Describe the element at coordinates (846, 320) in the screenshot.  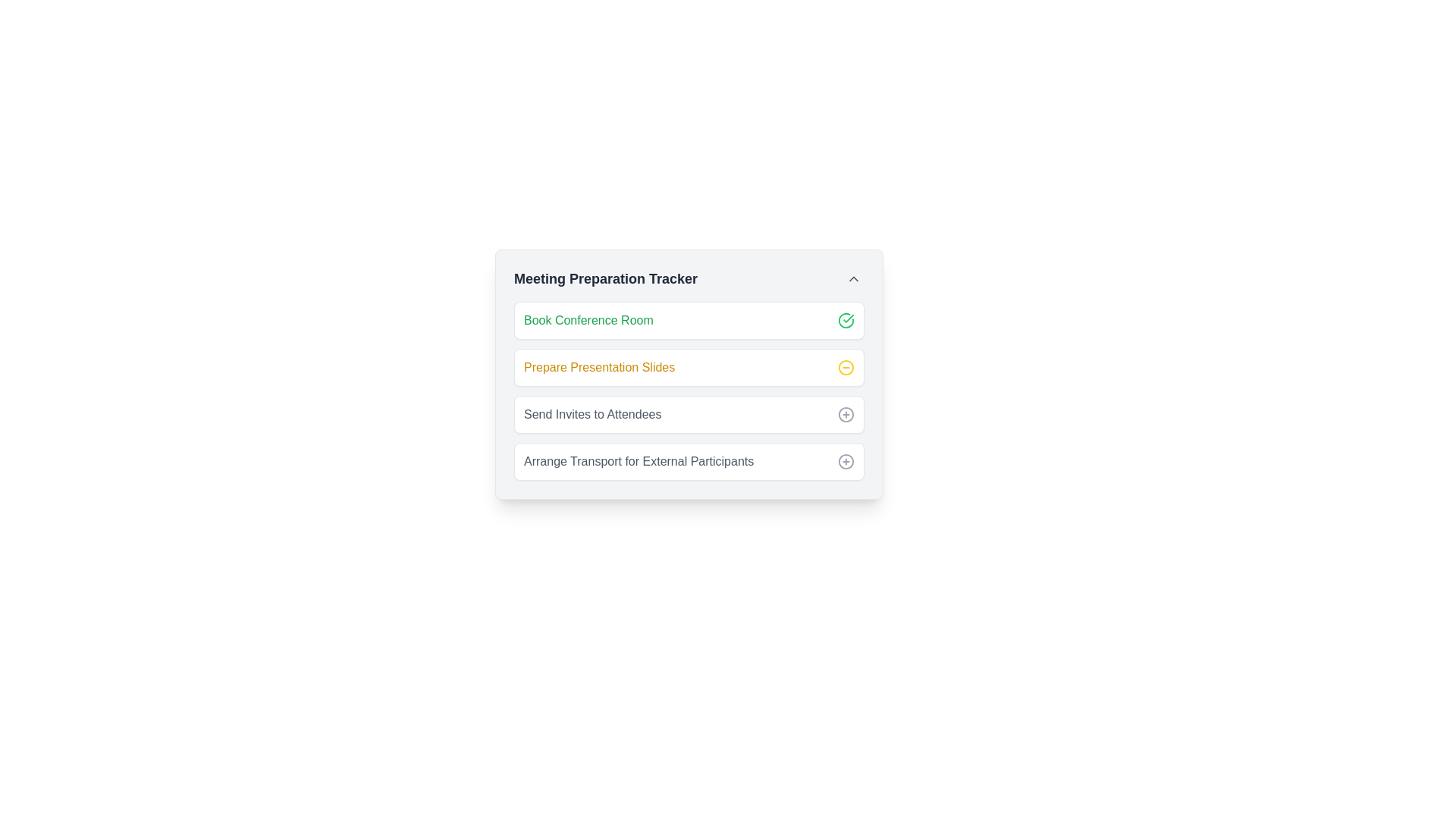
I see `the Decorative icon indicating the successful completion of the task labeled 'Book Conference Room' located in the top right corner of the row in the 'Meeting Preparation Tracker' interface` at that location.